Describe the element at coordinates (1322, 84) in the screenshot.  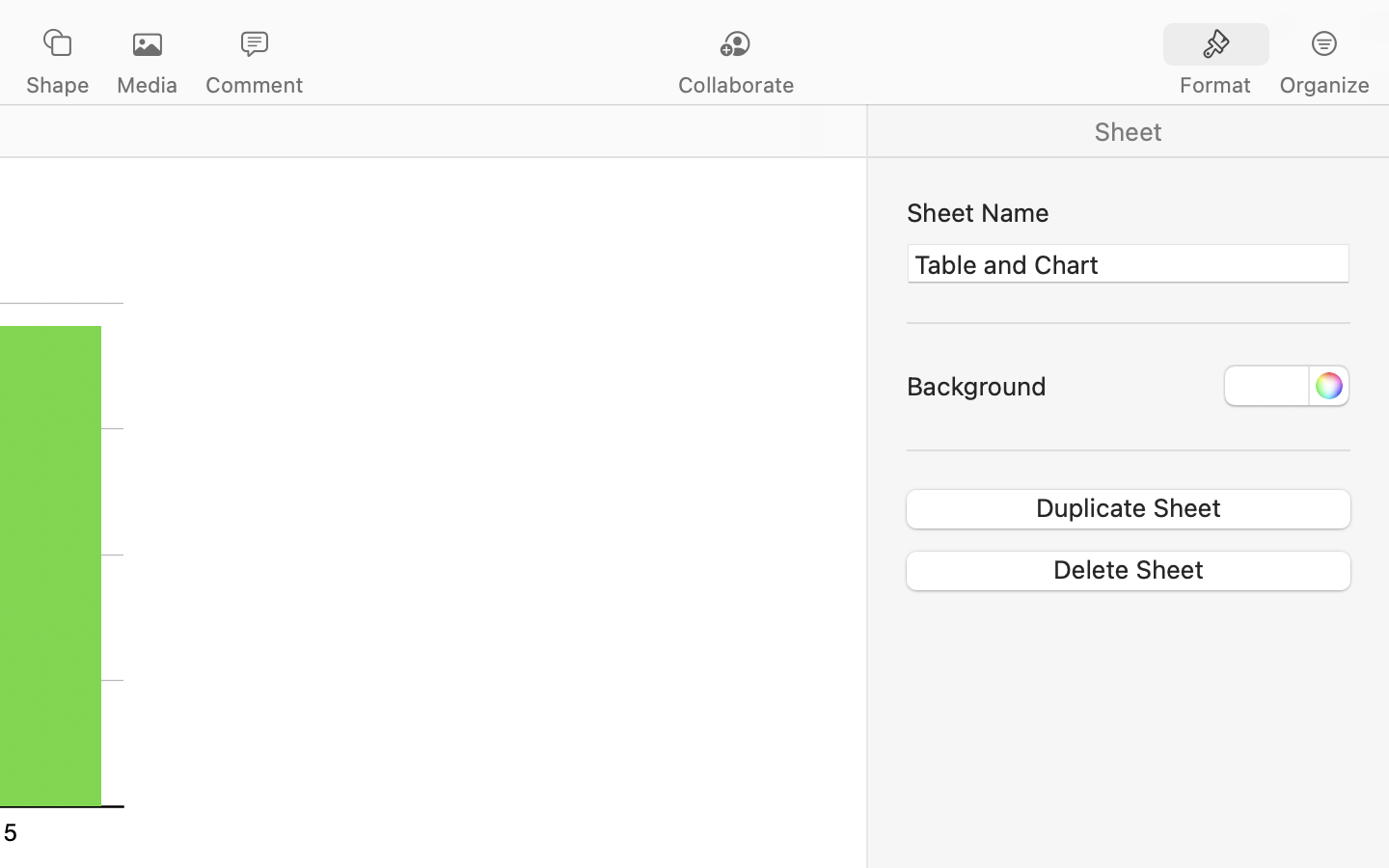
I see `'Organize'` at that location.